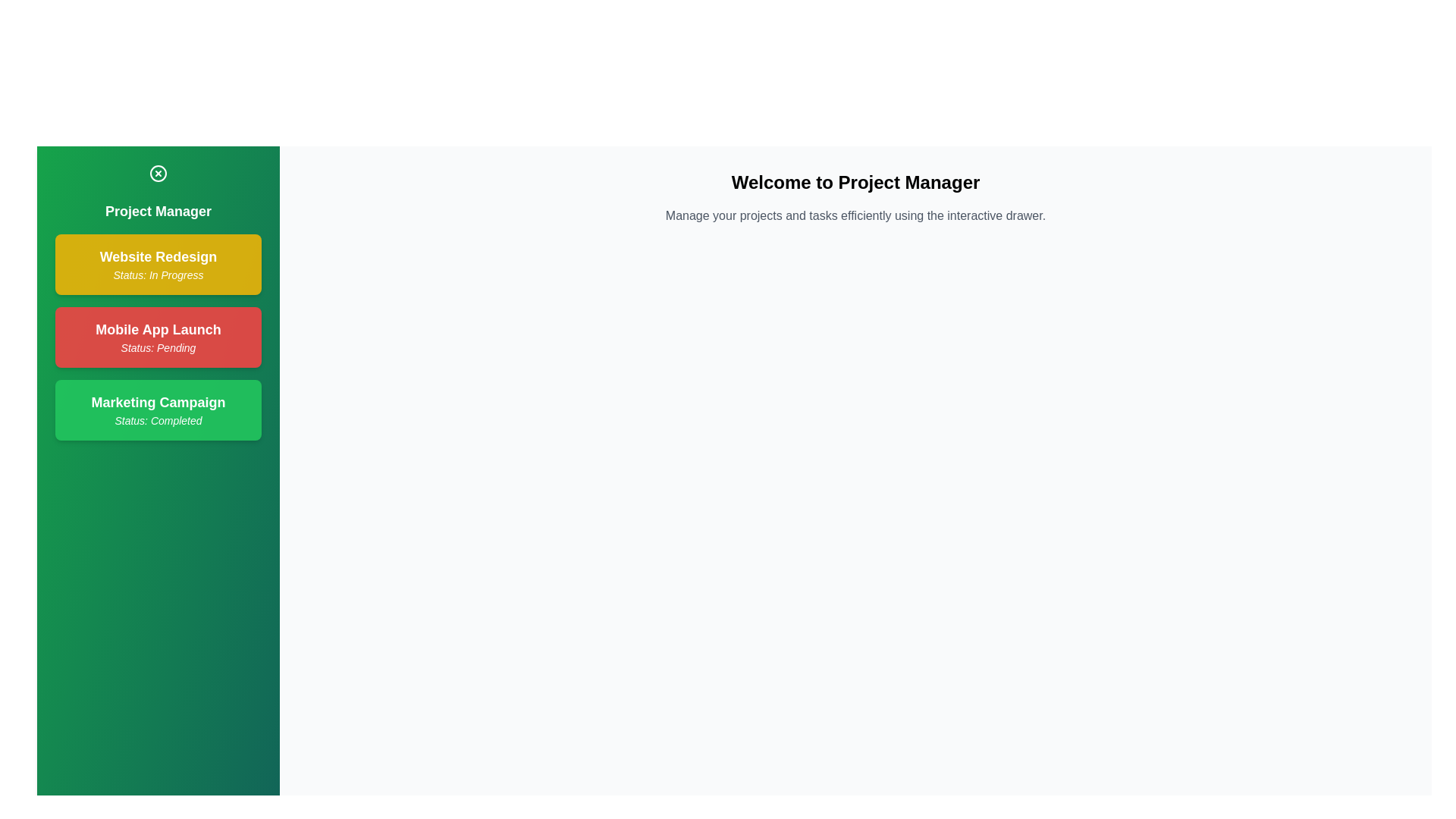 Image resolution: width=1456 pixels, height=819 pixels. What do you see at coordinates (158, 409) in the screenshot?
I see `the project item labeled 'Marketing Campaign'` at bounding box center [158, 409].